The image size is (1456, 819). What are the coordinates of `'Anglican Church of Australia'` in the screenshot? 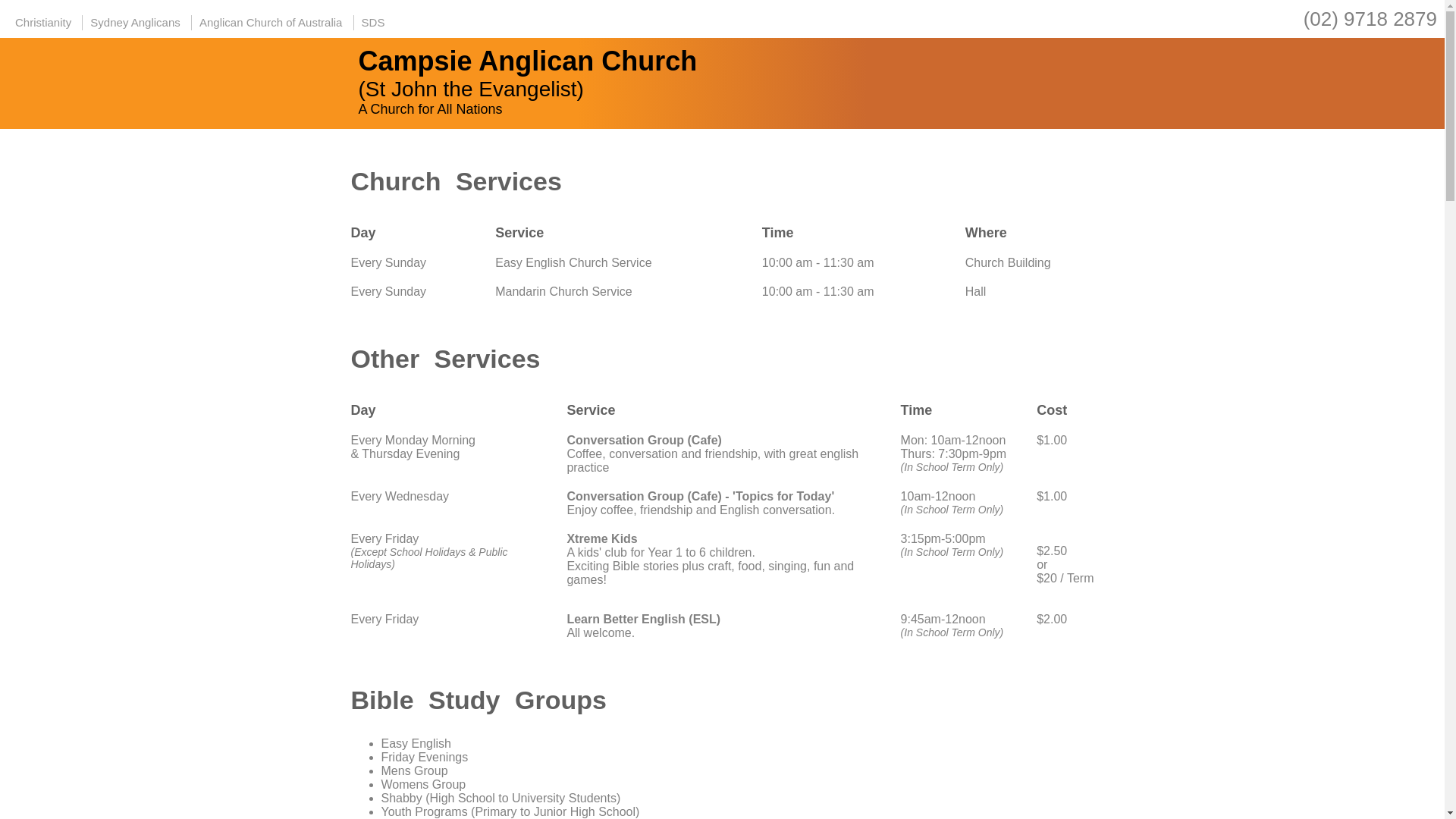 It's located at (270, 22).